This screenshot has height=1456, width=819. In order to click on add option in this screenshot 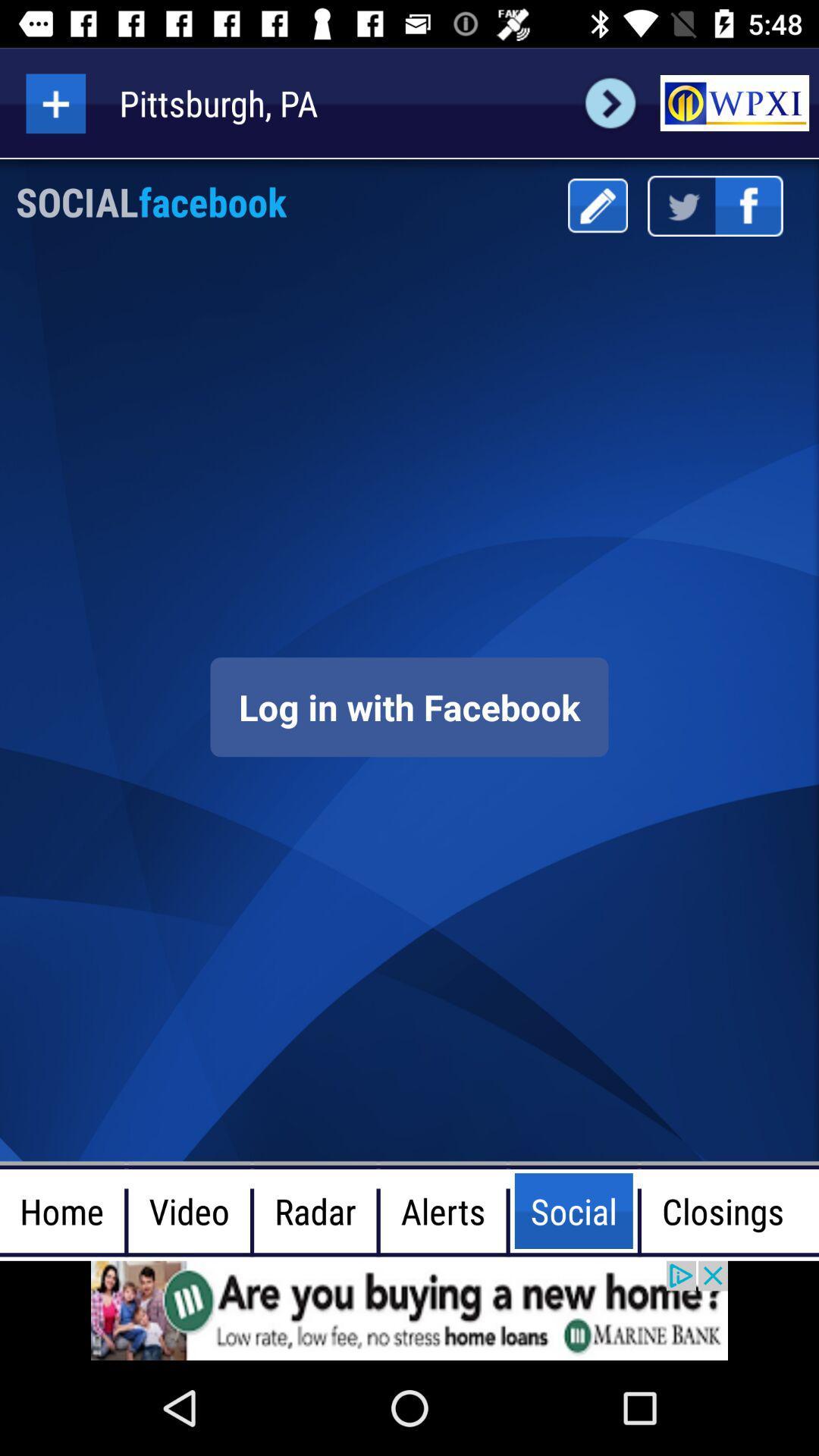, I will do `click(55, 102)`.